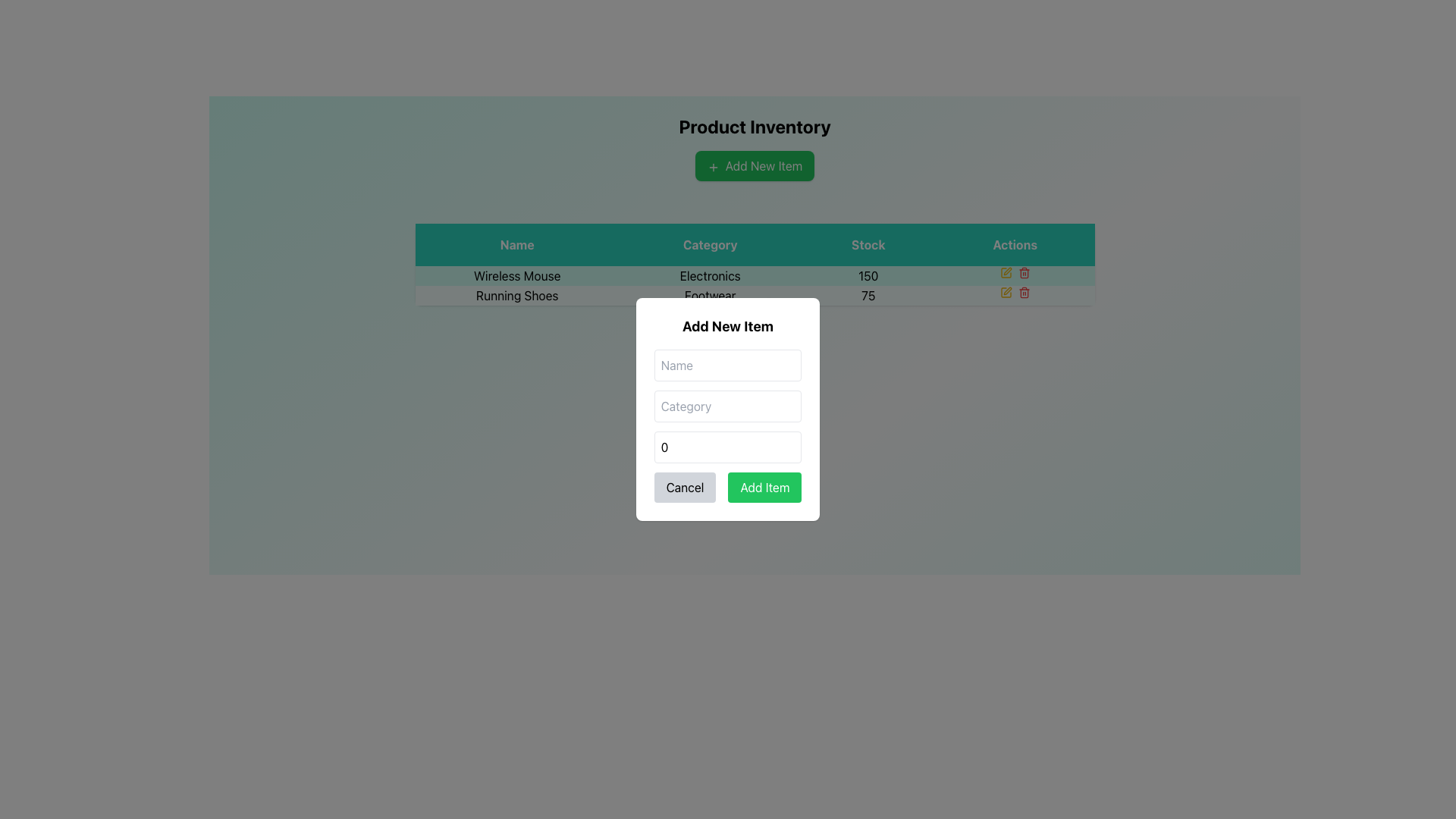 The height and width of the screenshot is (819, 1456). What do you see at coordinates (1006, 271) in the screenshot?
I see `the SVG icon` at bounding box center [1006, 271].